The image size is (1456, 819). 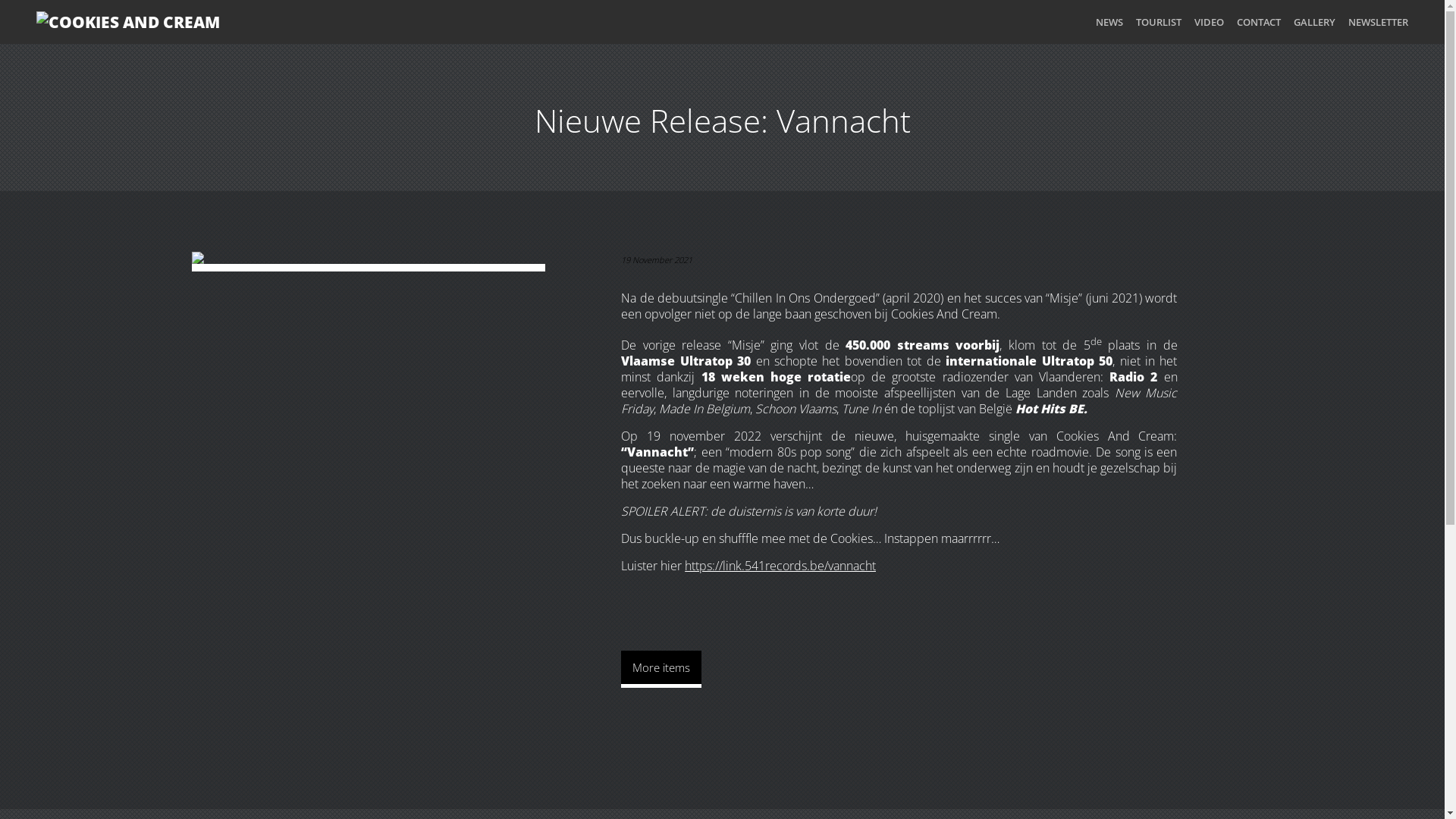 I want to click on 'CONTACT', so click(x=1259, y=22).